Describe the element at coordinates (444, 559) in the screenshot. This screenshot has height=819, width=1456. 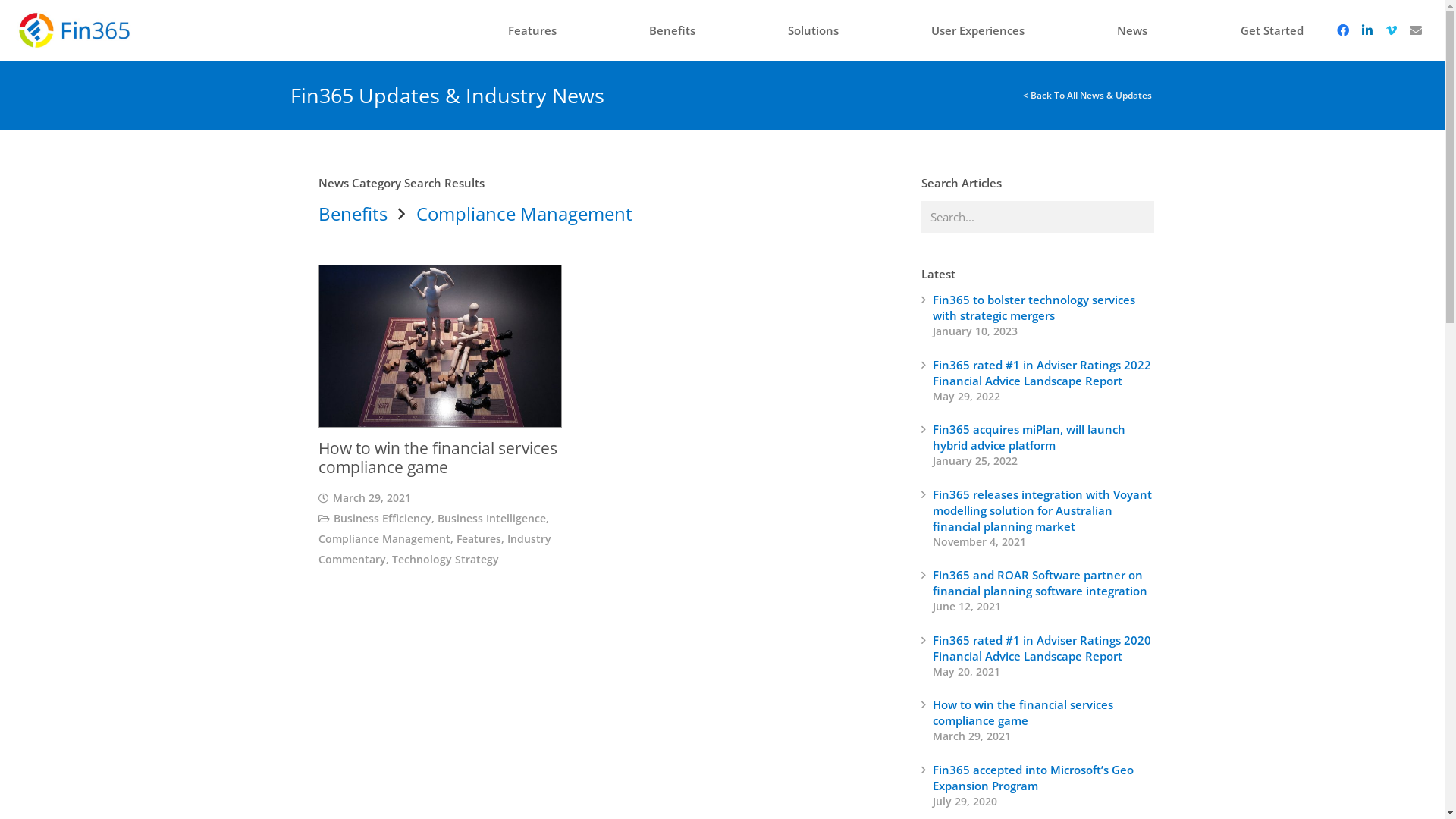
I see `'Technology Strategy'` at that location.